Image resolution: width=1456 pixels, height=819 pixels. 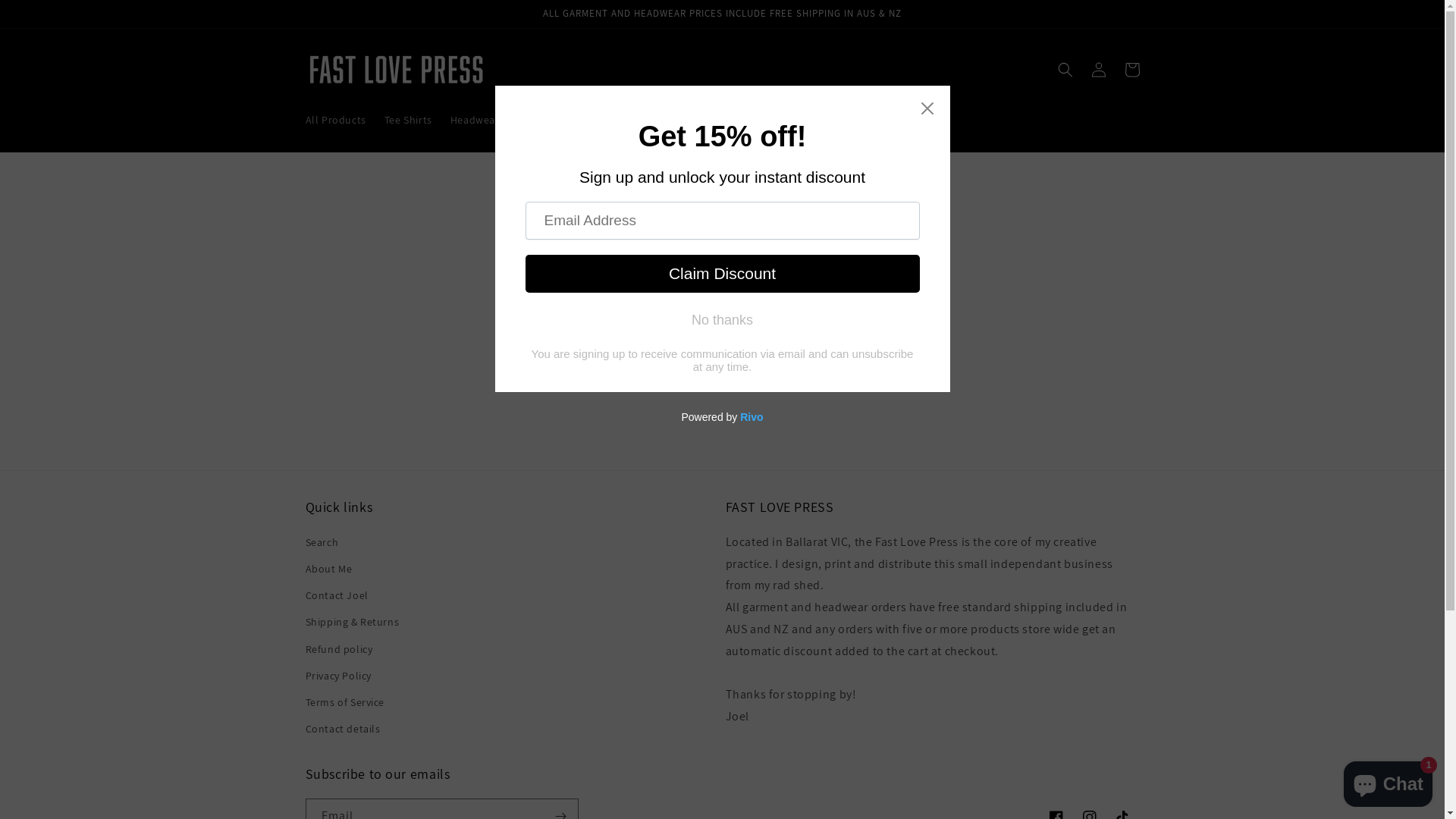 What do you see at coordinates (304, 728) in the screenshot?
I see `'Contact details'` at bounding box center [304, 728].